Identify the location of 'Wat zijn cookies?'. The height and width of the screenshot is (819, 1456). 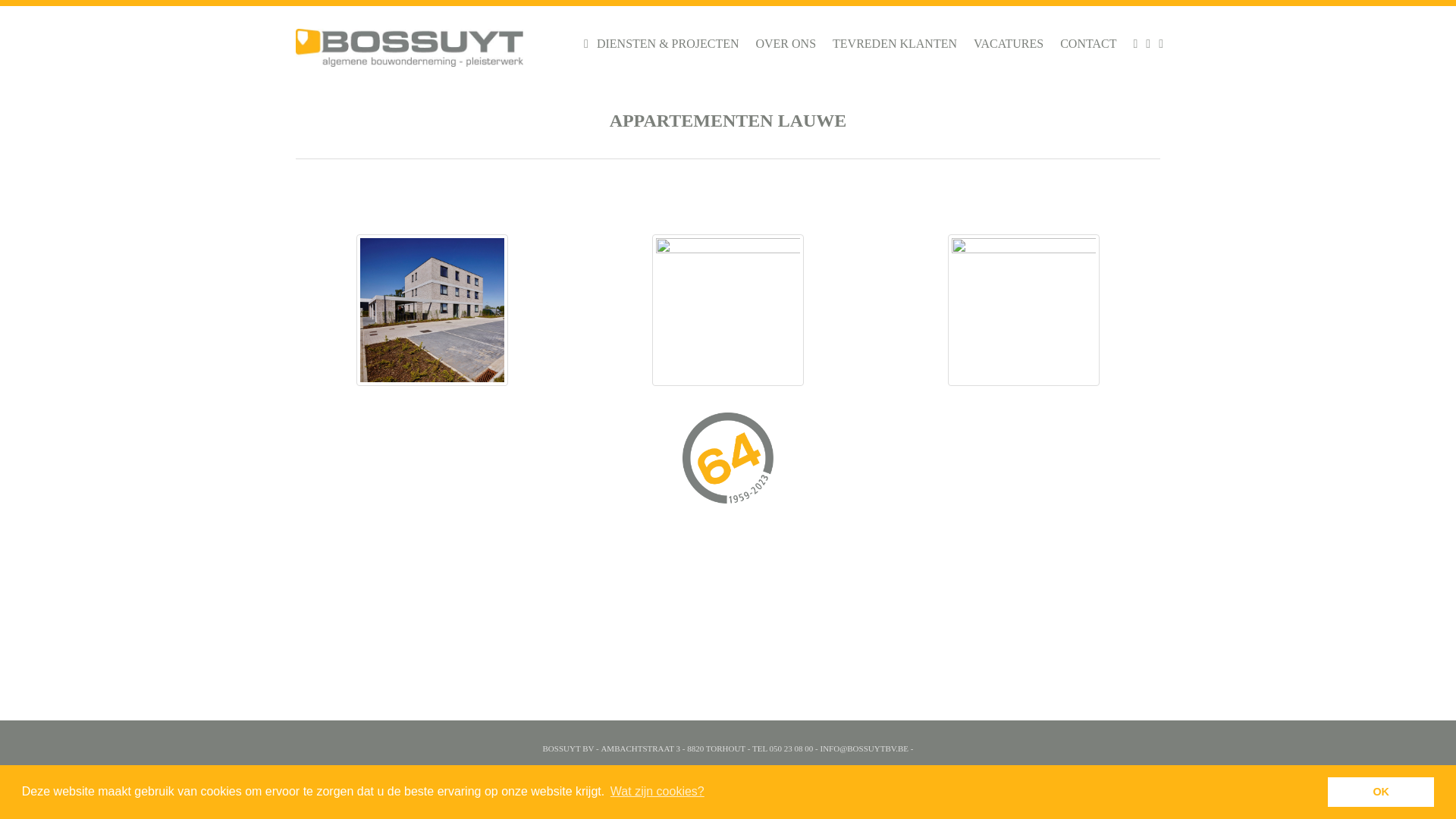
(607, 791).